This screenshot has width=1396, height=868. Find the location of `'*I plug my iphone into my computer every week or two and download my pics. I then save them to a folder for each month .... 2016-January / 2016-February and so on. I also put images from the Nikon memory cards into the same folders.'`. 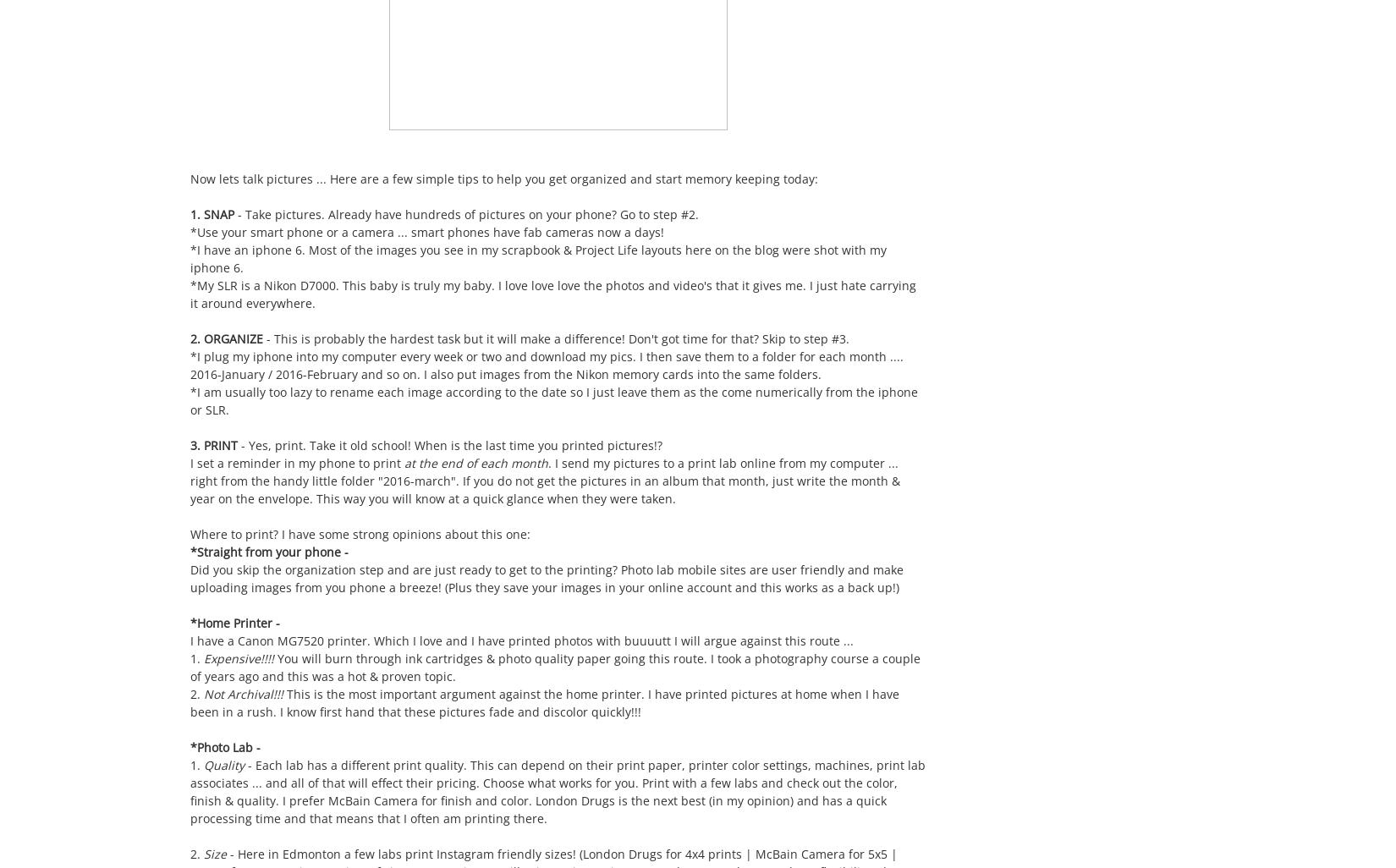

'*I plug my iphone into my computer every week or two and download my pics. I then save them to a folder for each month .... 2016-January / 2016-February and so on. I also put images from the Nikon memory cards into the same folders.' is located at coordinates (546, 365).